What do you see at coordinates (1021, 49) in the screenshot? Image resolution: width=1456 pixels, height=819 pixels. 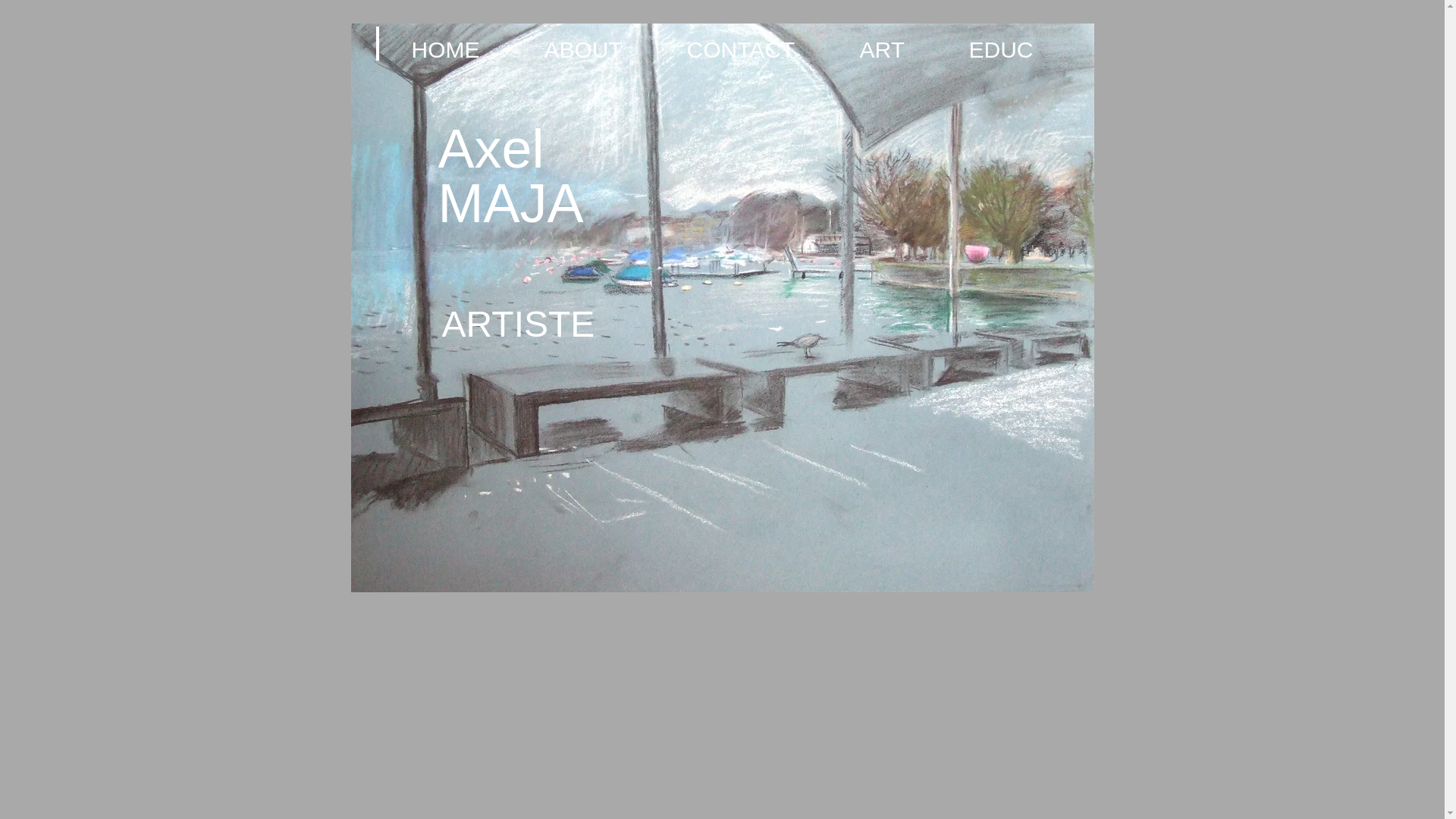 I see `'EDUC'` at bounding box center [1021, 49].